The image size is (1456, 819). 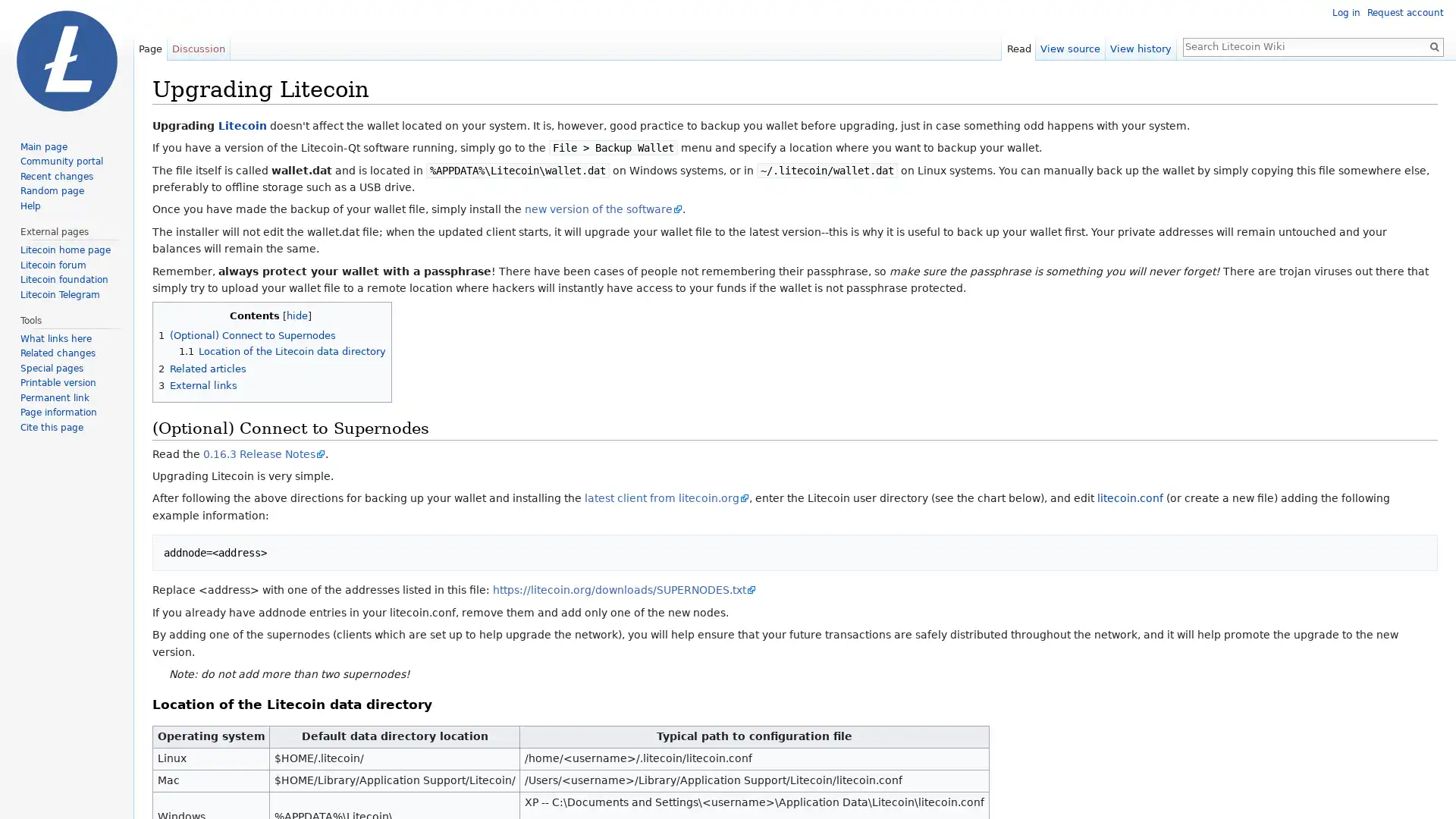 What do you see at coordinates (297, 315) in the screenshot?
I see `hide` at bounding box center [297, 315].